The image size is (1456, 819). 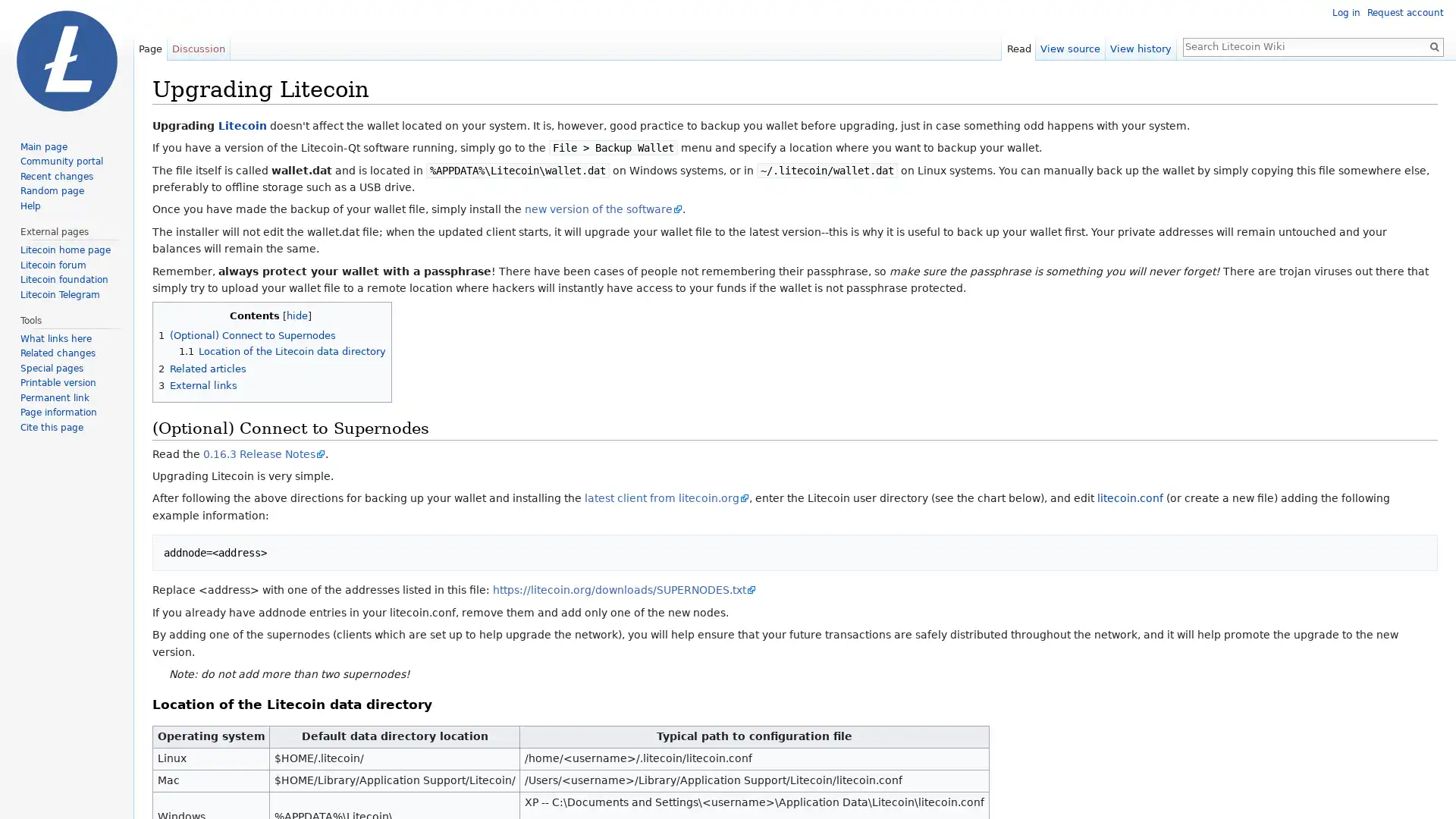 What do you see at coordinates (297, 315) in the screenshot?
I see `hide` at bounding box center [297, 315].